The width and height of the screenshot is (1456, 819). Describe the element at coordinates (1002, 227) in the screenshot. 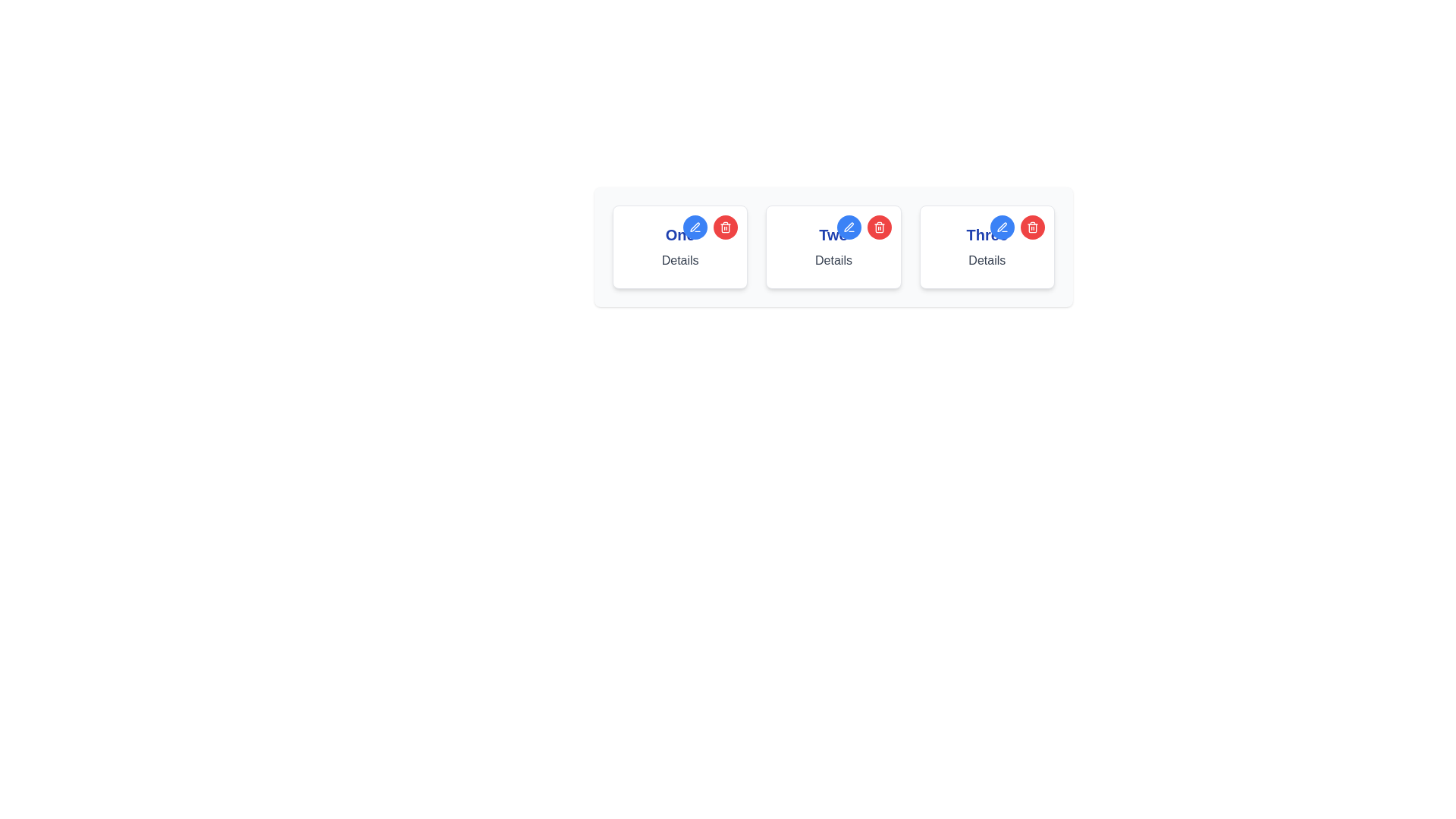

I see `the small circular button with a blue background and a white pen icon to initiate editing` at that location.